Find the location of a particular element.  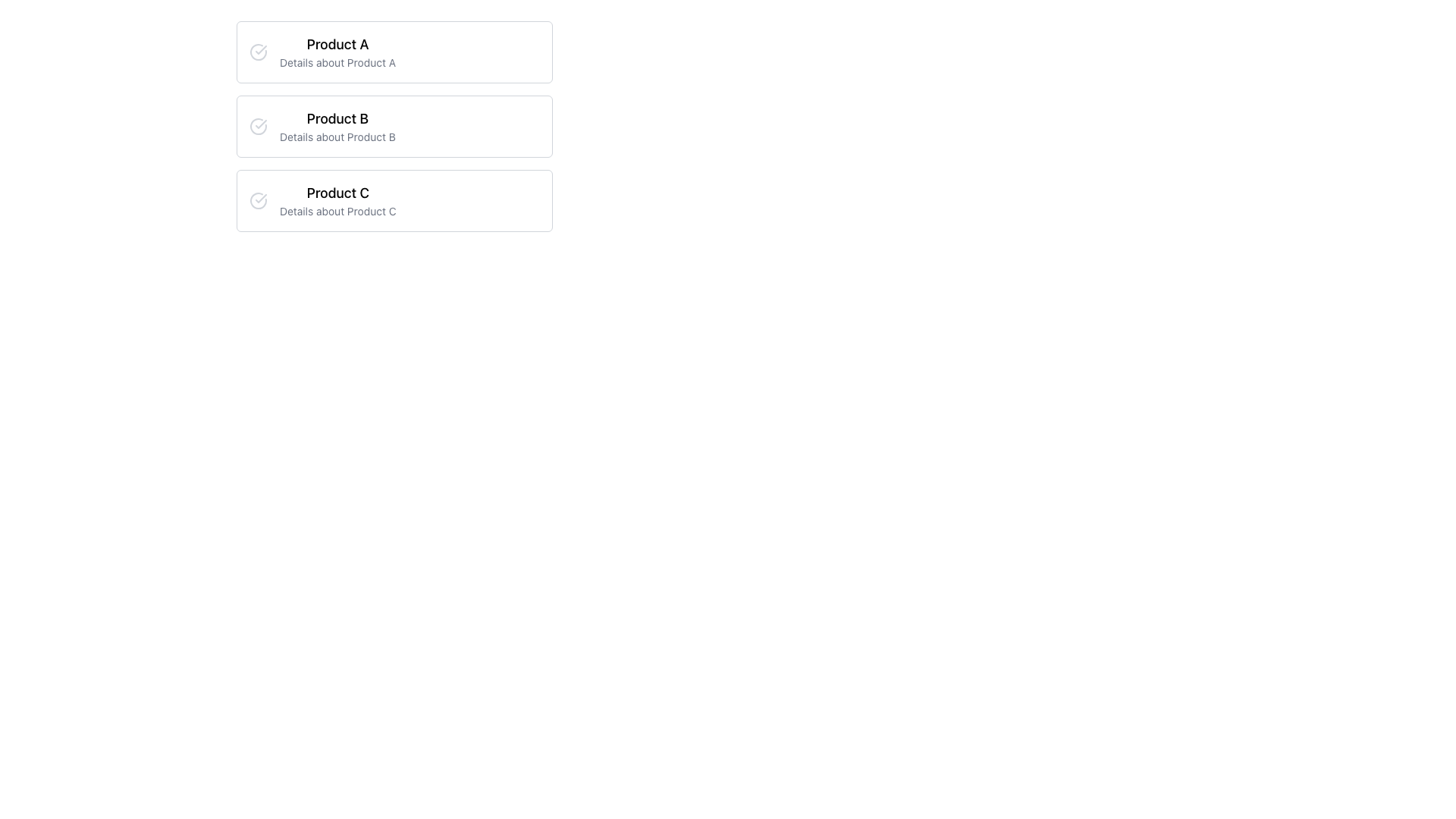

the circular checkmark icon indicating selection for 'Product A', which is located to the left of the 'Product A' text is located at coordinates (258, 52).